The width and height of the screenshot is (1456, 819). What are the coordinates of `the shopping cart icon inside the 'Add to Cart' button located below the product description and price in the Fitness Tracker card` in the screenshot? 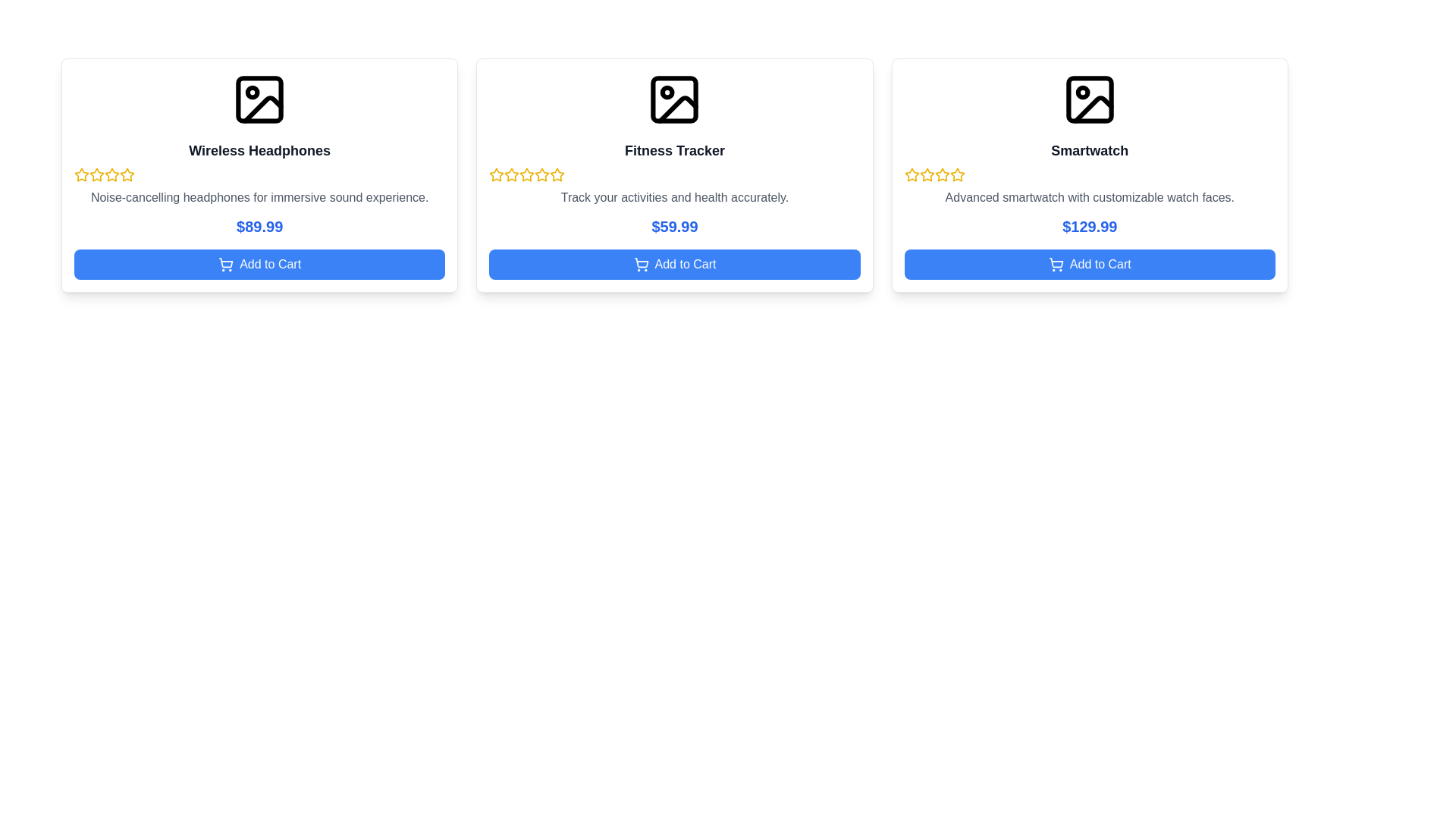 It's located at (641, 263).